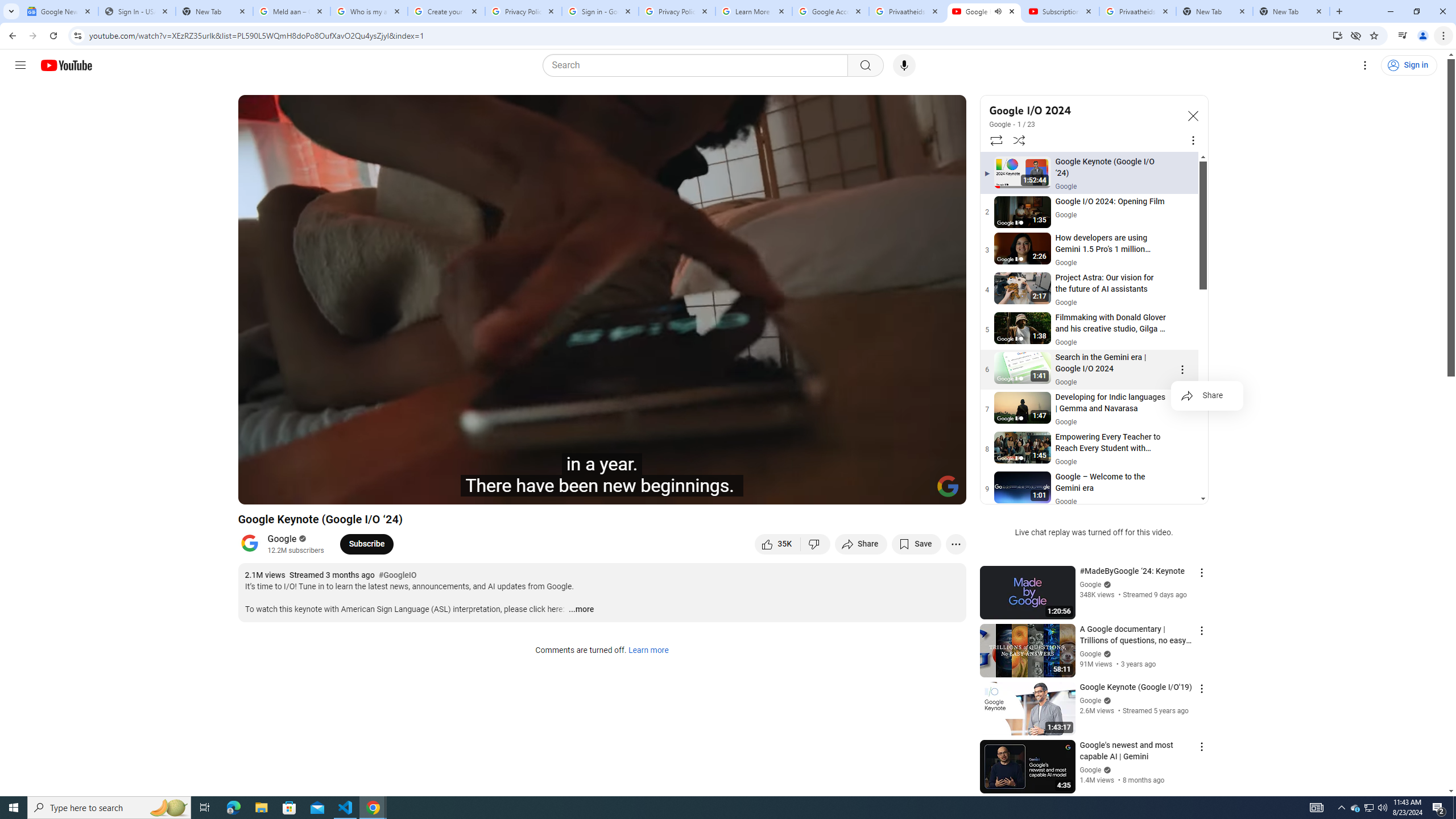 Image resolution: width=1456 pixels, height=819 pixels. Describe the element at coordinates (955, 543) in the screenshot. I see `'More actions'` at that location.